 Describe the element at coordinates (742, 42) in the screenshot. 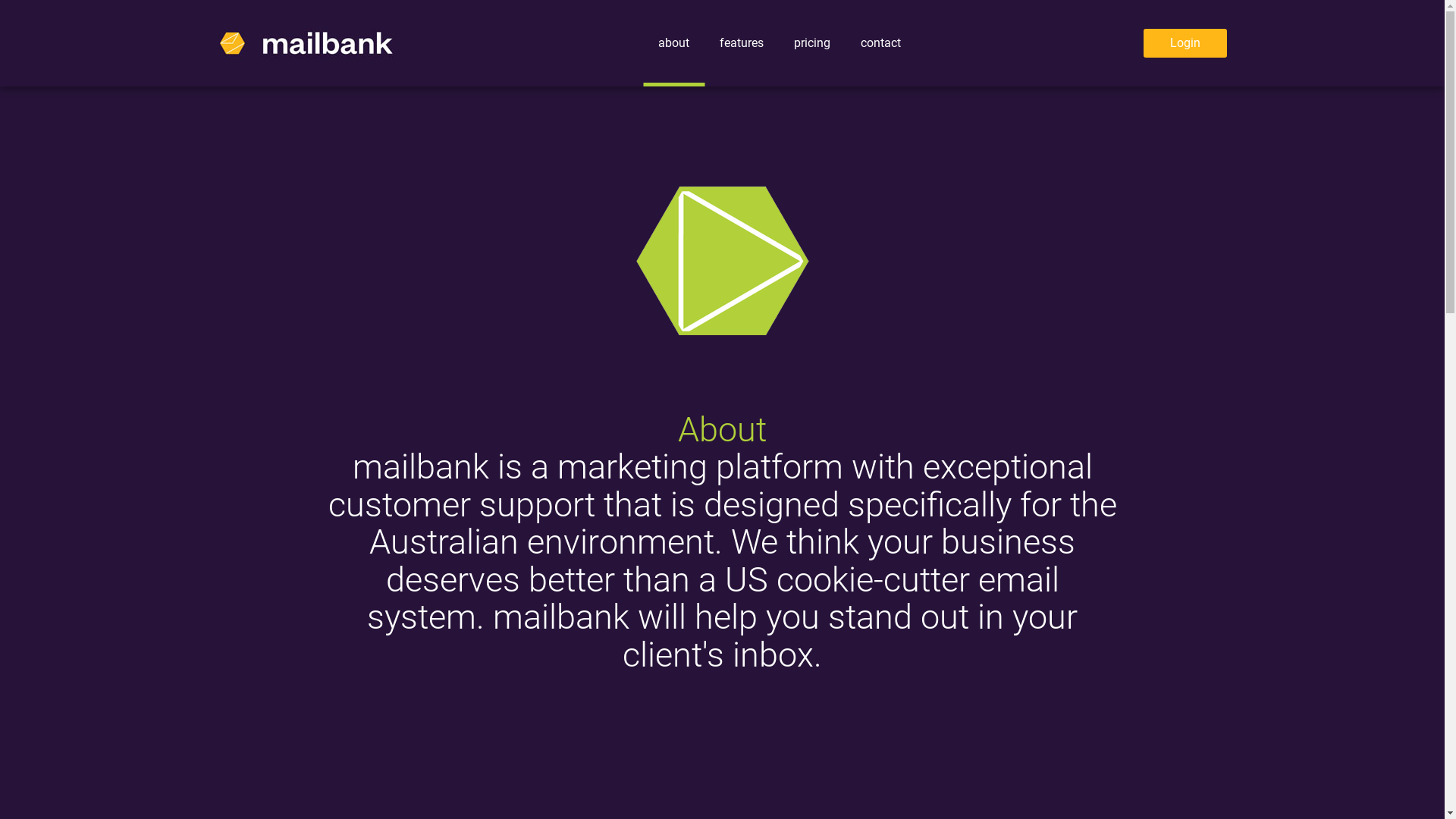

I see `'features'` at that location.